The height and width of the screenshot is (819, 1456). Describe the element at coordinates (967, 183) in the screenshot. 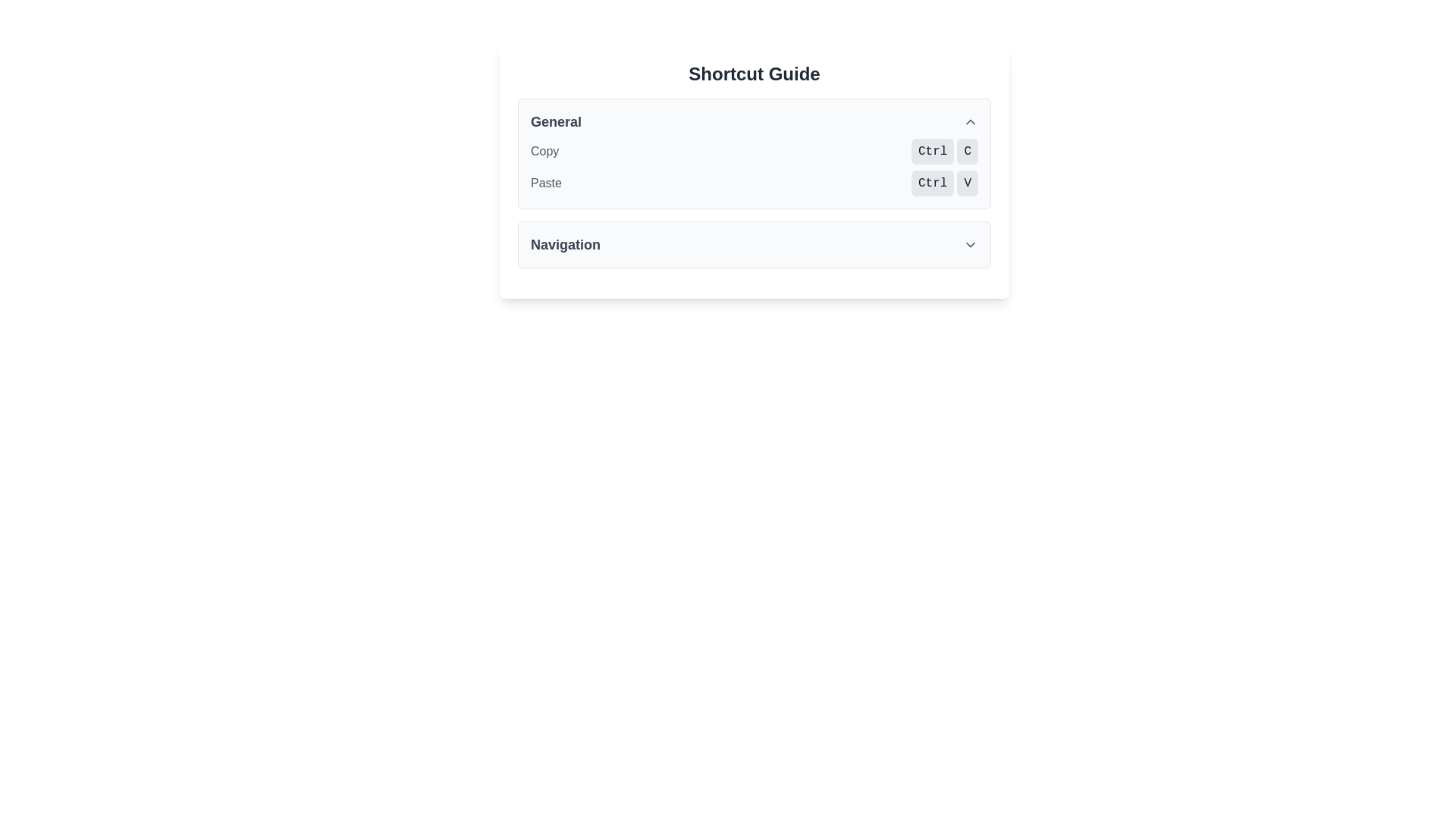

I see `the 'V' key label, which is part of a keyboard shortcut visual group located to the right of the 'Ctrl' label in the 'General' section of the shortcut guide interface` at that location.